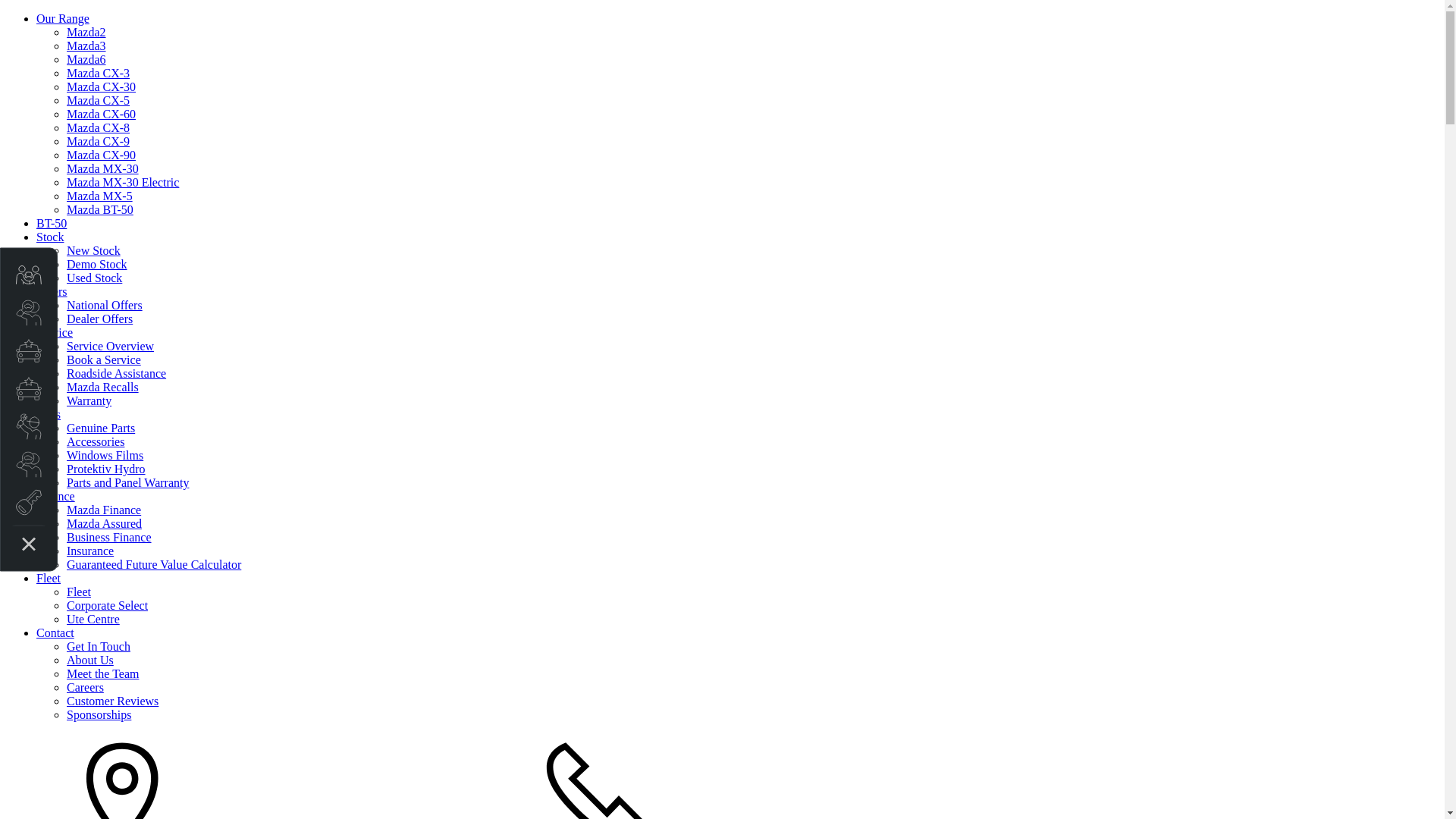 The width and height of the screenshot is (1456, 819). What do you see at coordinates (100, 428) in the screenshot?
I see `'Genuine Parts'` at bounding box center [100, 428].